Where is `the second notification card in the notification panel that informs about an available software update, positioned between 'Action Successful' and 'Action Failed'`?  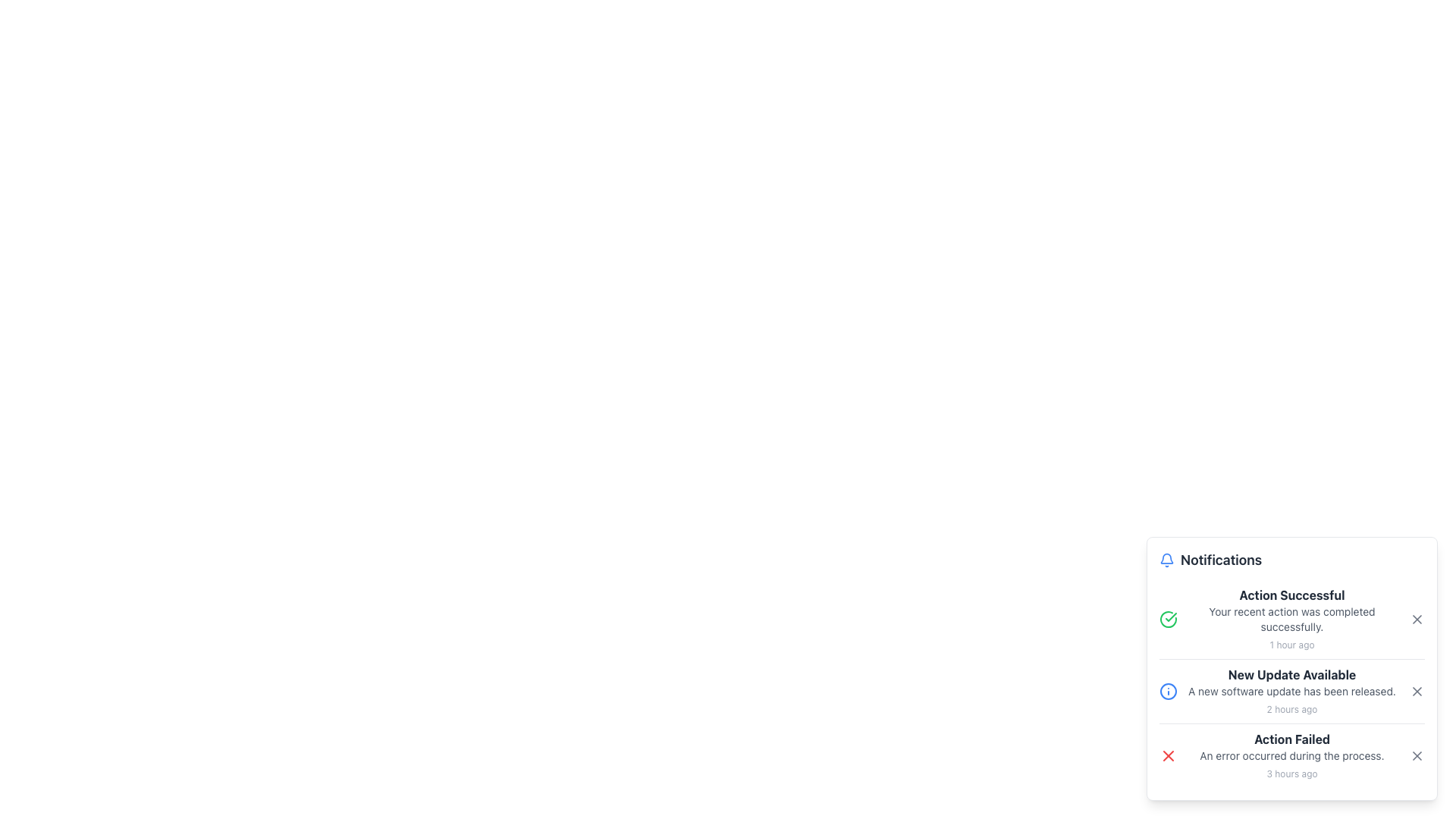
the second notification card in the notification panel that informs about an available software update, positioned between 'Action Successful' and 'Action Failed' is located at coordinates (1291, 690).